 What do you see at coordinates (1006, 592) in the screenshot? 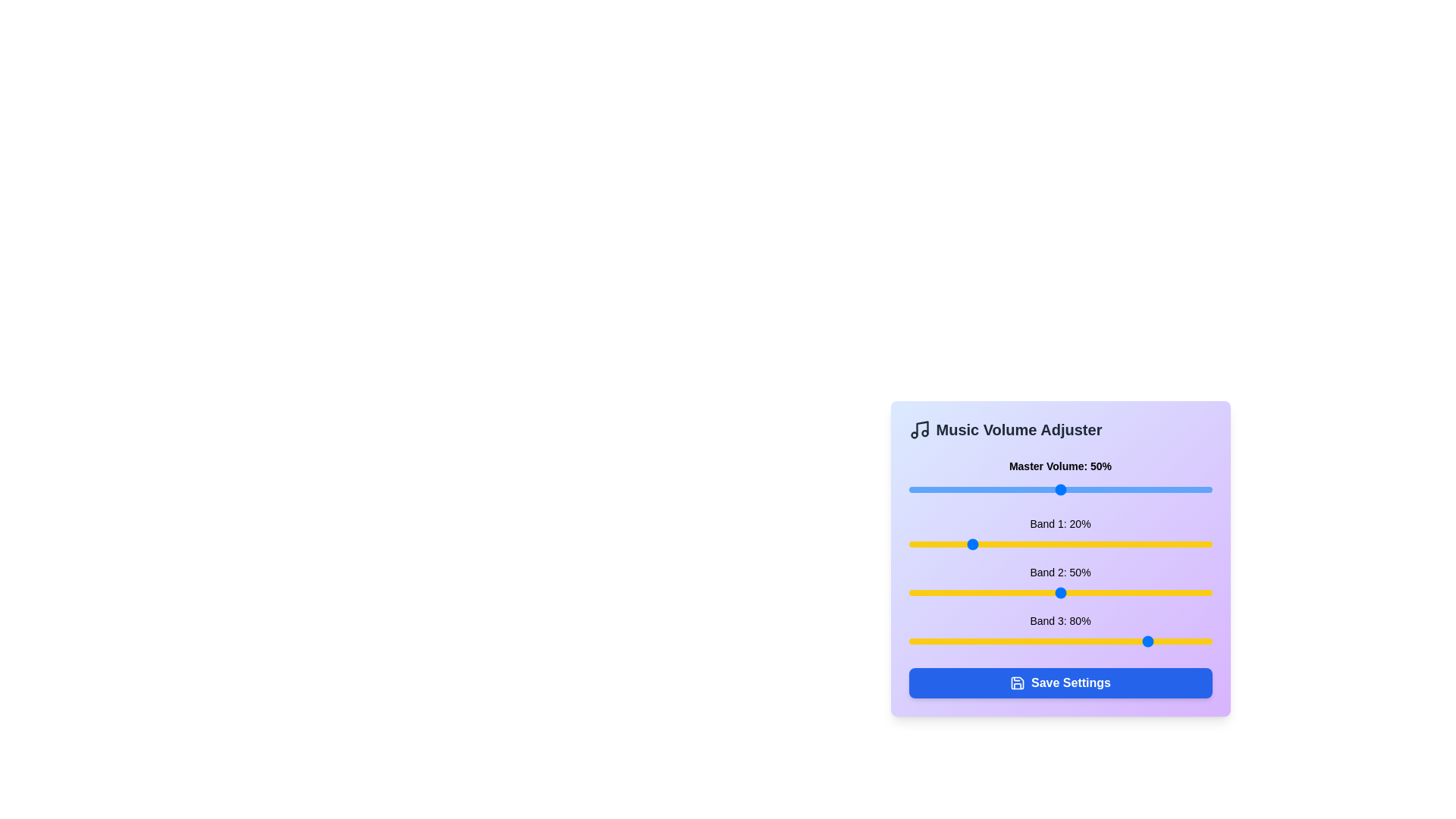
I see `Band 2's volume` at bounding box center [1006, 592].